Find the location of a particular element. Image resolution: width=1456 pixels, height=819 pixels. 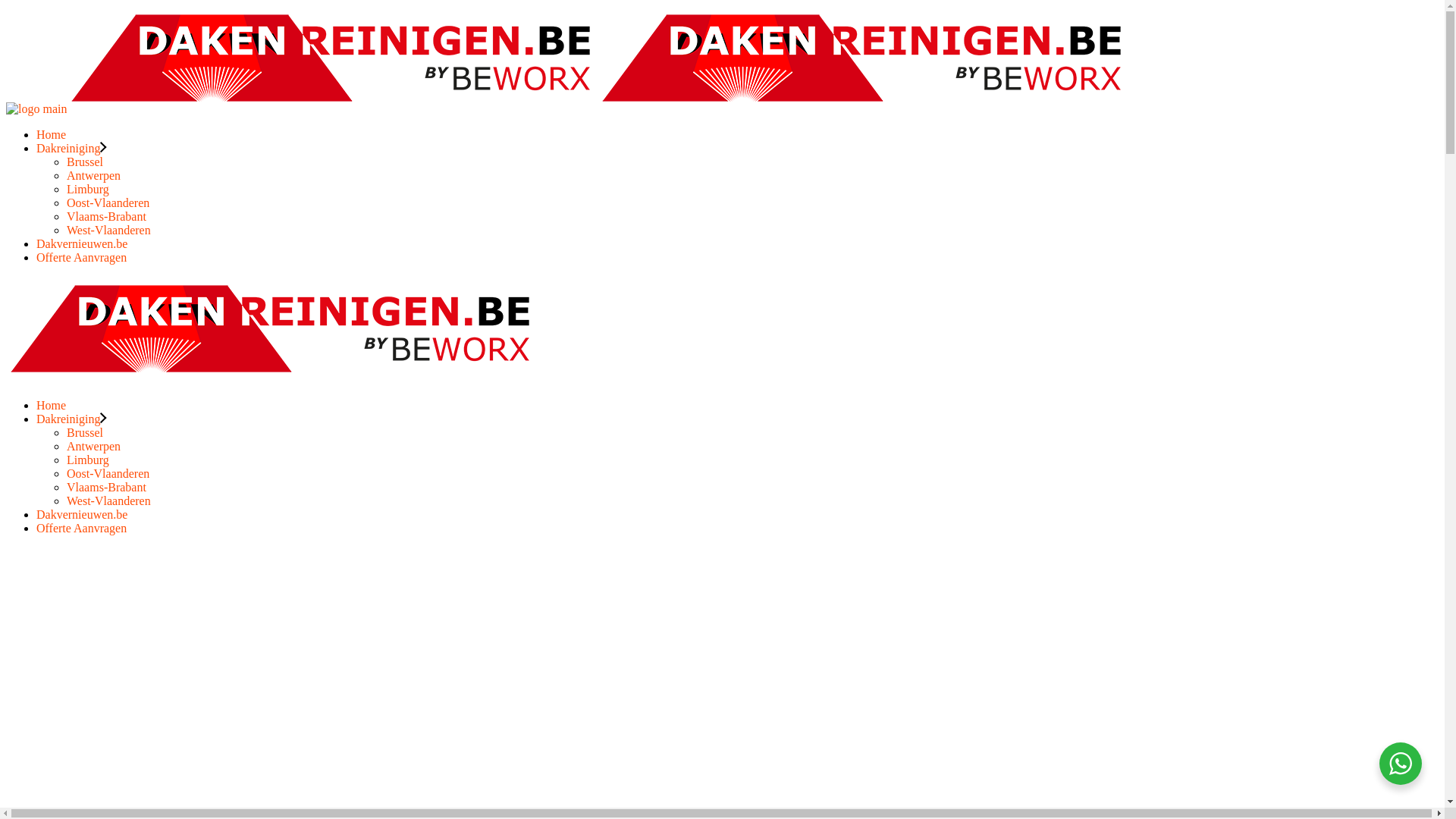

'Oost-Vlaanderen' is located at coordinates (107, 202).